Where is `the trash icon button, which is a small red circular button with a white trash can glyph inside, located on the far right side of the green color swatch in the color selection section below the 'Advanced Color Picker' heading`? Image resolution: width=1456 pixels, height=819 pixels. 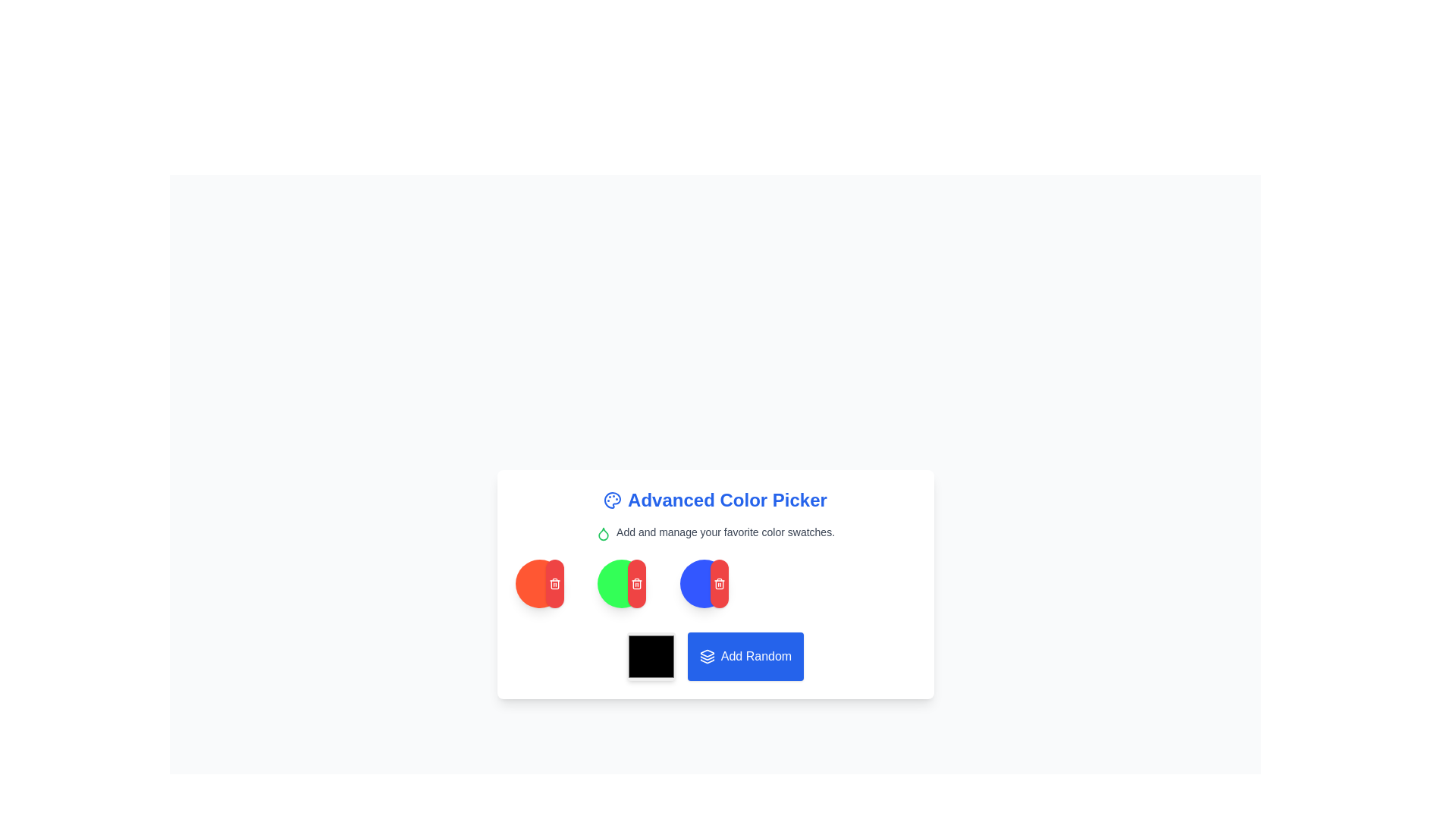
the trash icon button, which is a small red circular button with a white trash can glyph inside, located on the far right side of the green color swatch in the color selection section below the 'Advanced Color Picker' heading is located at coordinates (554, 582).